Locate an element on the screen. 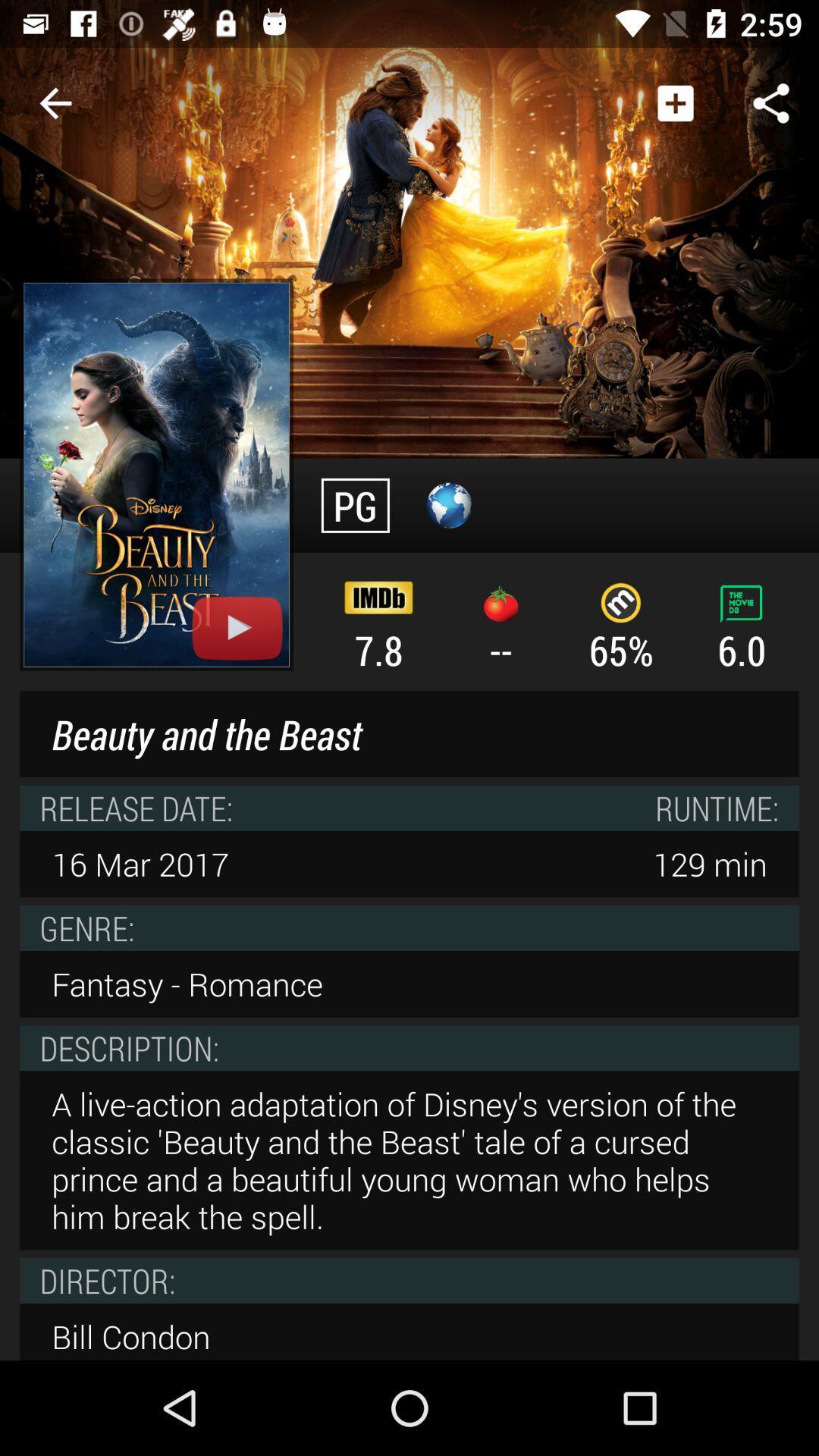 The width and height of the screenshot is (819, 1456). the youtube symbol is located at coordinates (156, 474).